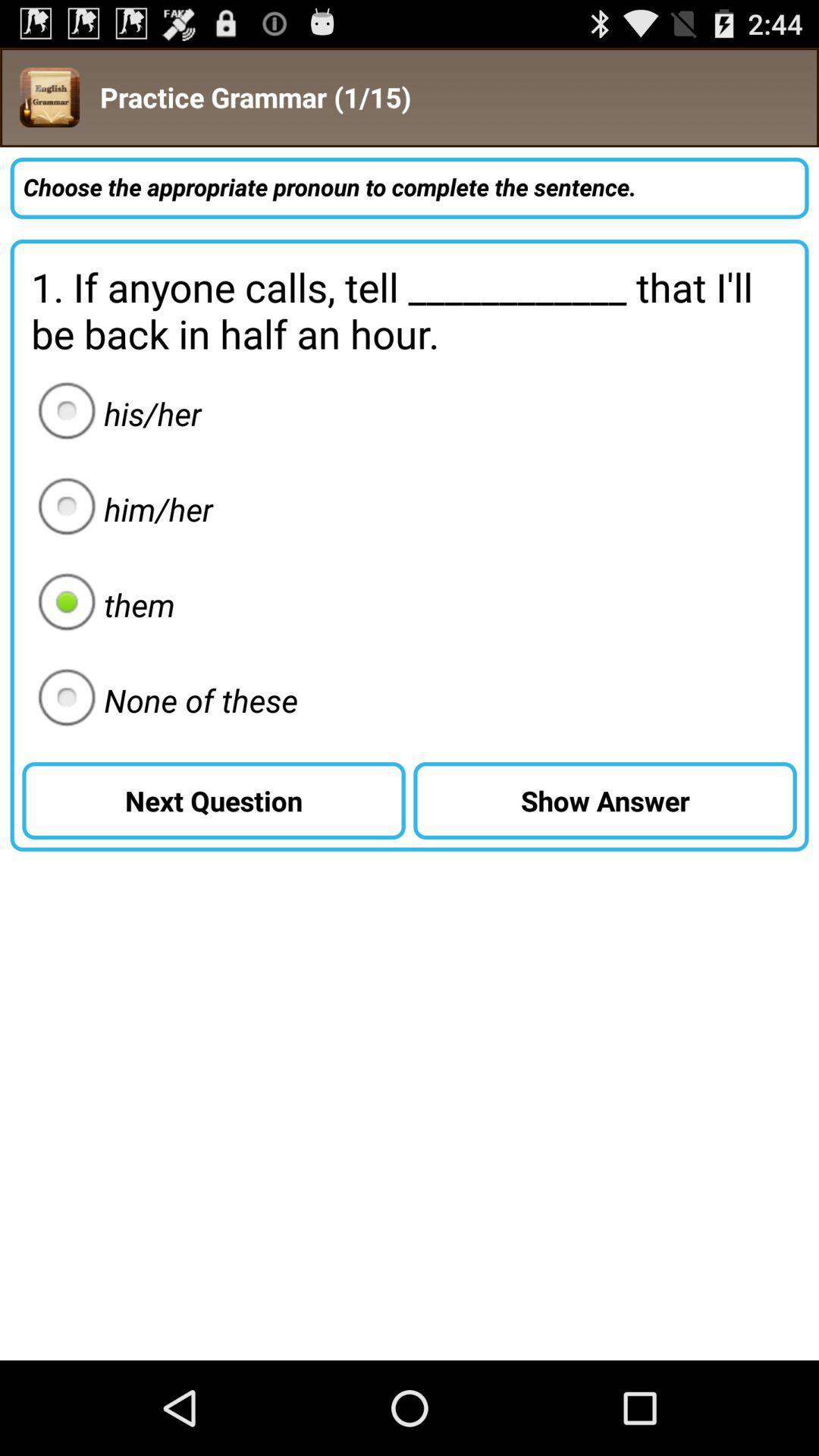  I want to click on item below the him/her, so click(102, 604).